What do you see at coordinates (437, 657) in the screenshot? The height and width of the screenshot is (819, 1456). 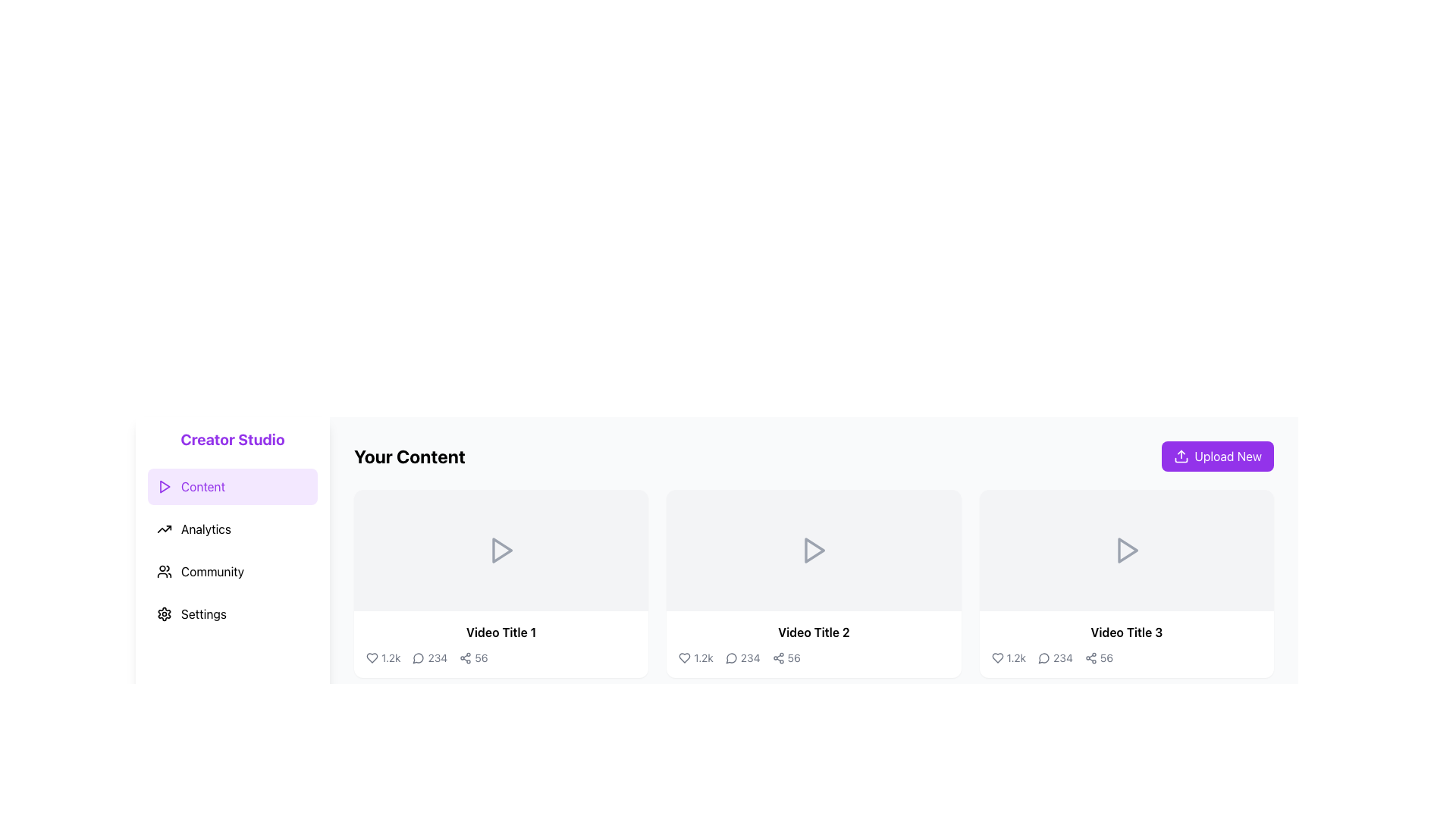 I see `the comment count text located to the right of the speech-bubble-shaped icon and below the title 'Video Title 1' in the first content card` at bounding box center [437, 657].